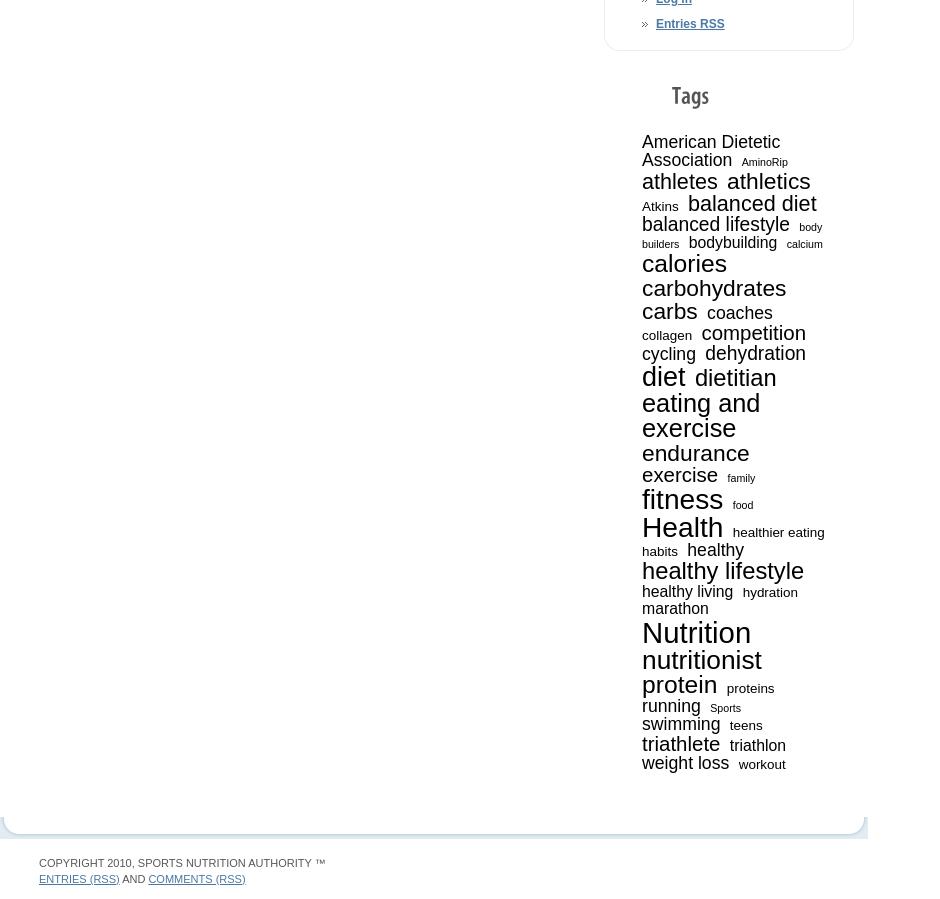  What do you see at coordinates (725, 687) in the screenshot?
I see `'proteins'` at bounding box center [725, 687].